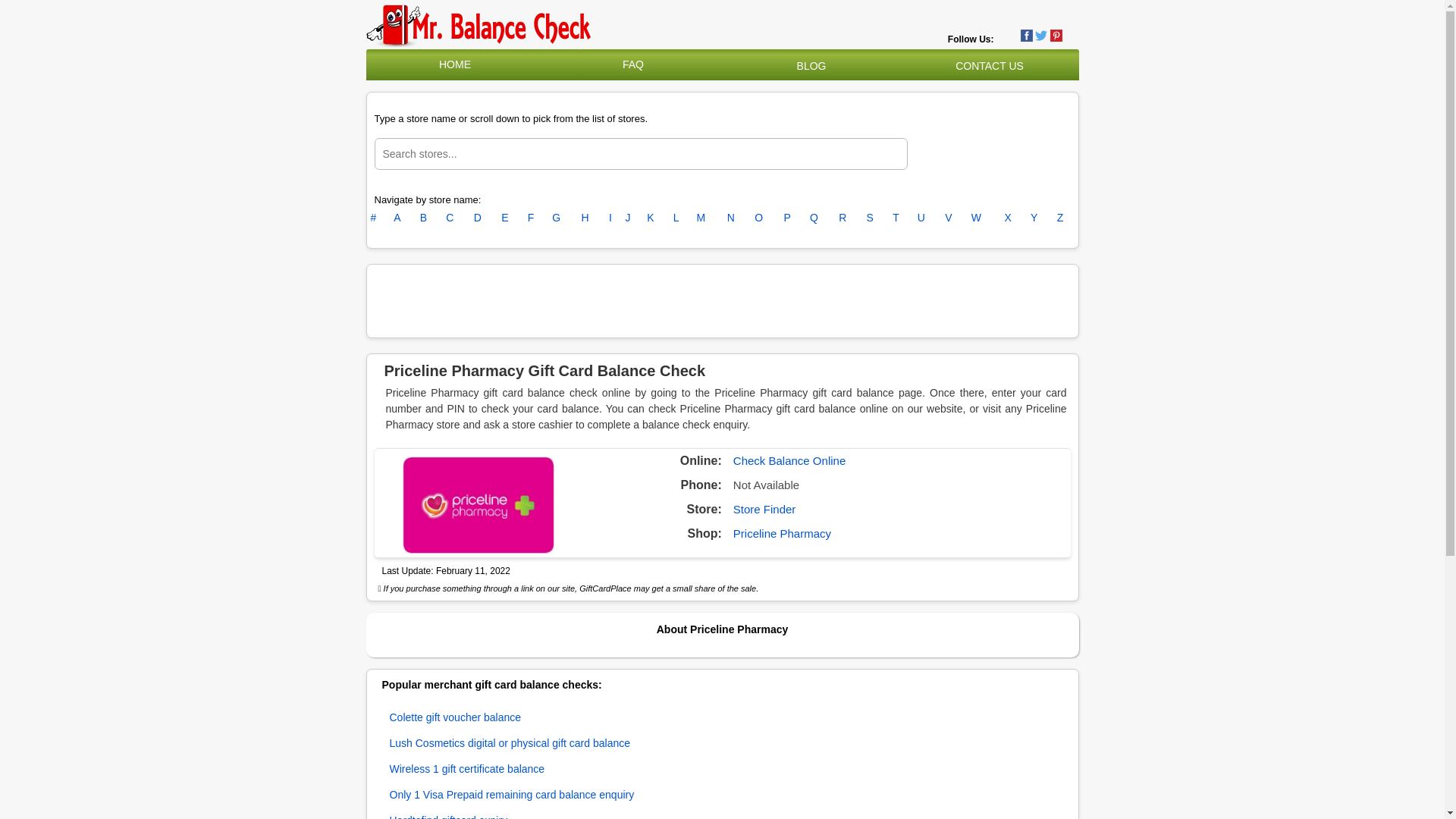  I want to click on 'Y', so click(1033, 217).